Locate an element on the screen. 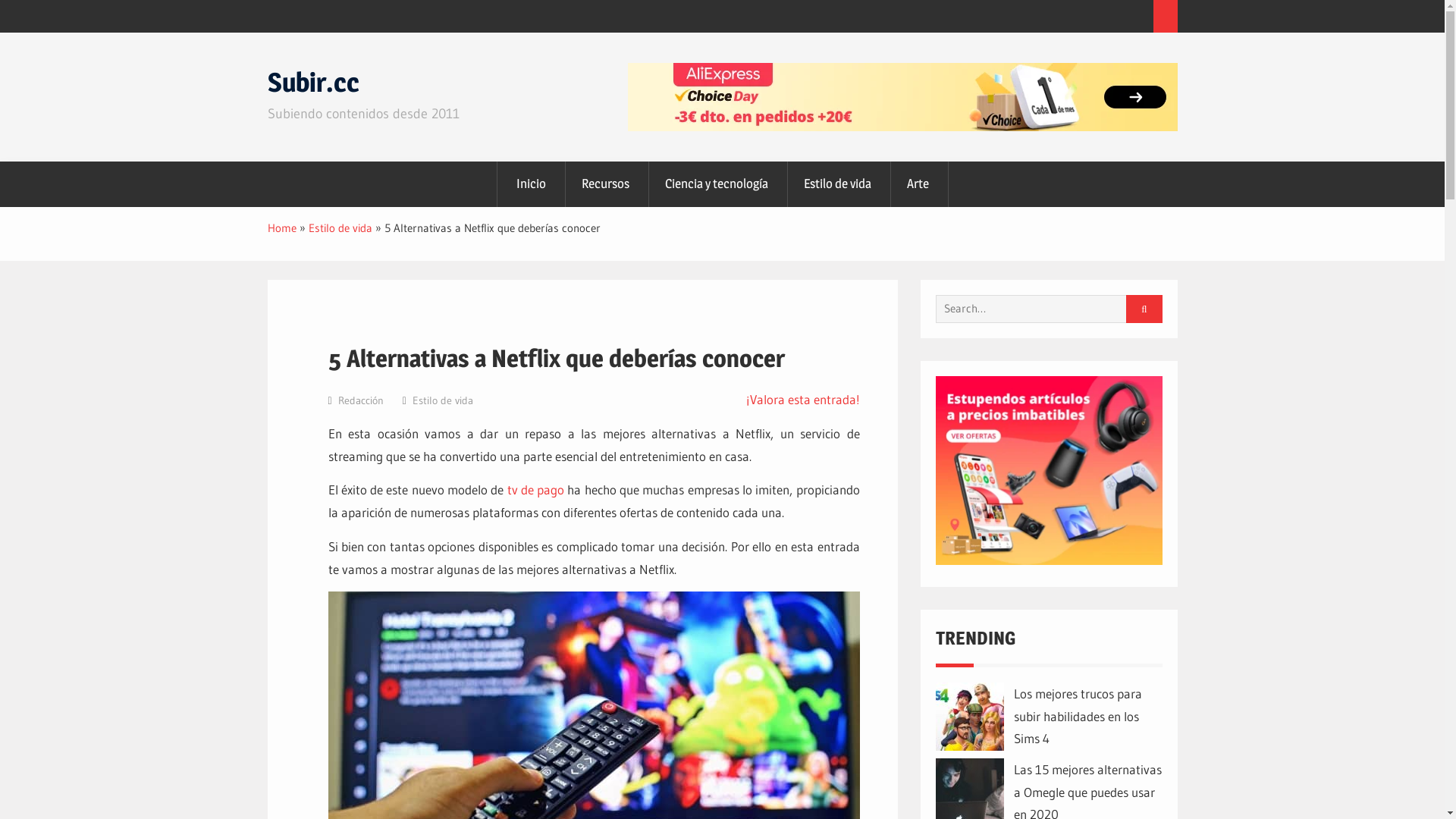 Image resolution: width=1456 pixels, height=819 pixels. 'Inicio' is located at coordinates (530, 184).